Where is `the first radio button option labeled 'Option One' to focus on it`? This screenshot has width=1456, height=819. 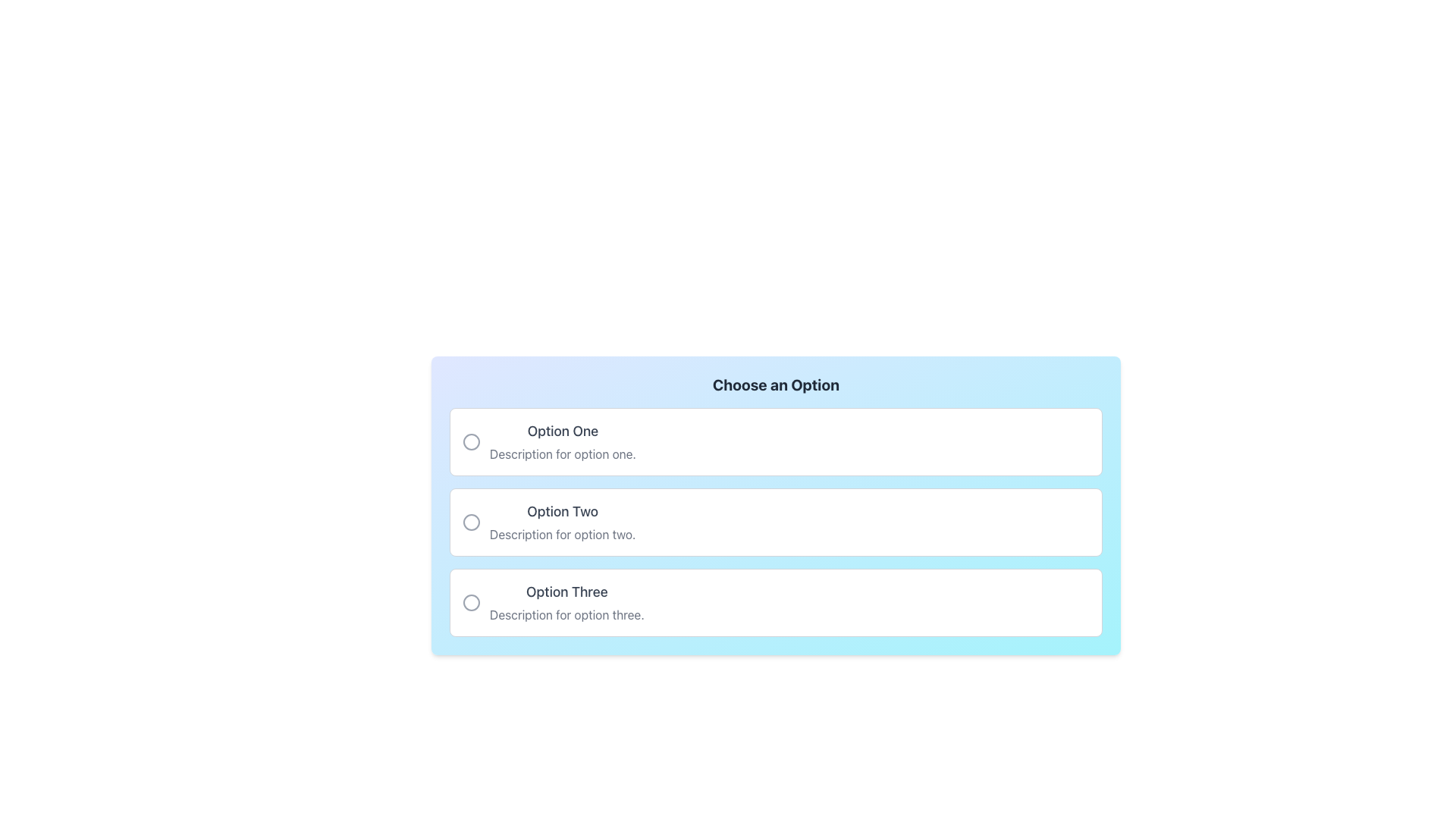
the first radio button option labeled 'Option One' to focus on it is located at coordinates (776, 441).